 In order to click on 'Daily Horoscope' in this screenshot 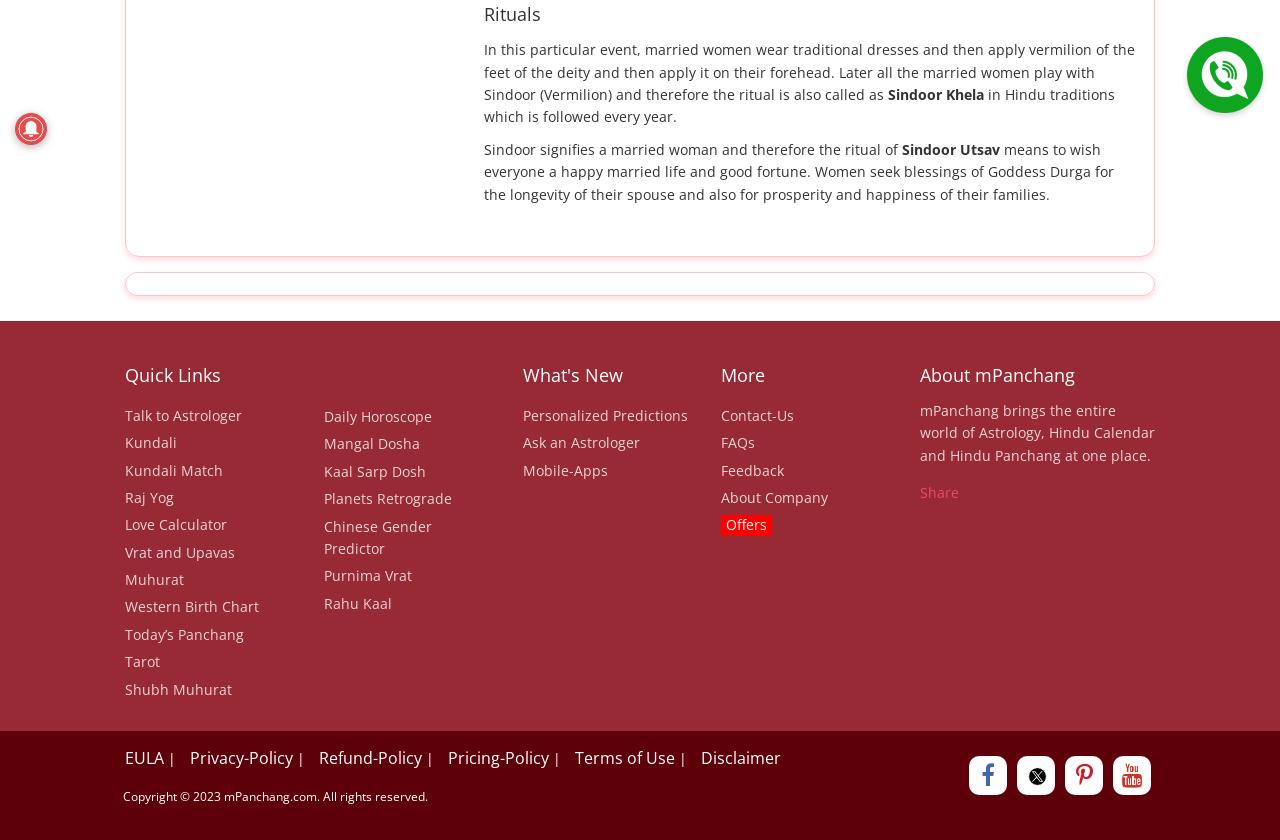, I will do `click(376, 415)`.